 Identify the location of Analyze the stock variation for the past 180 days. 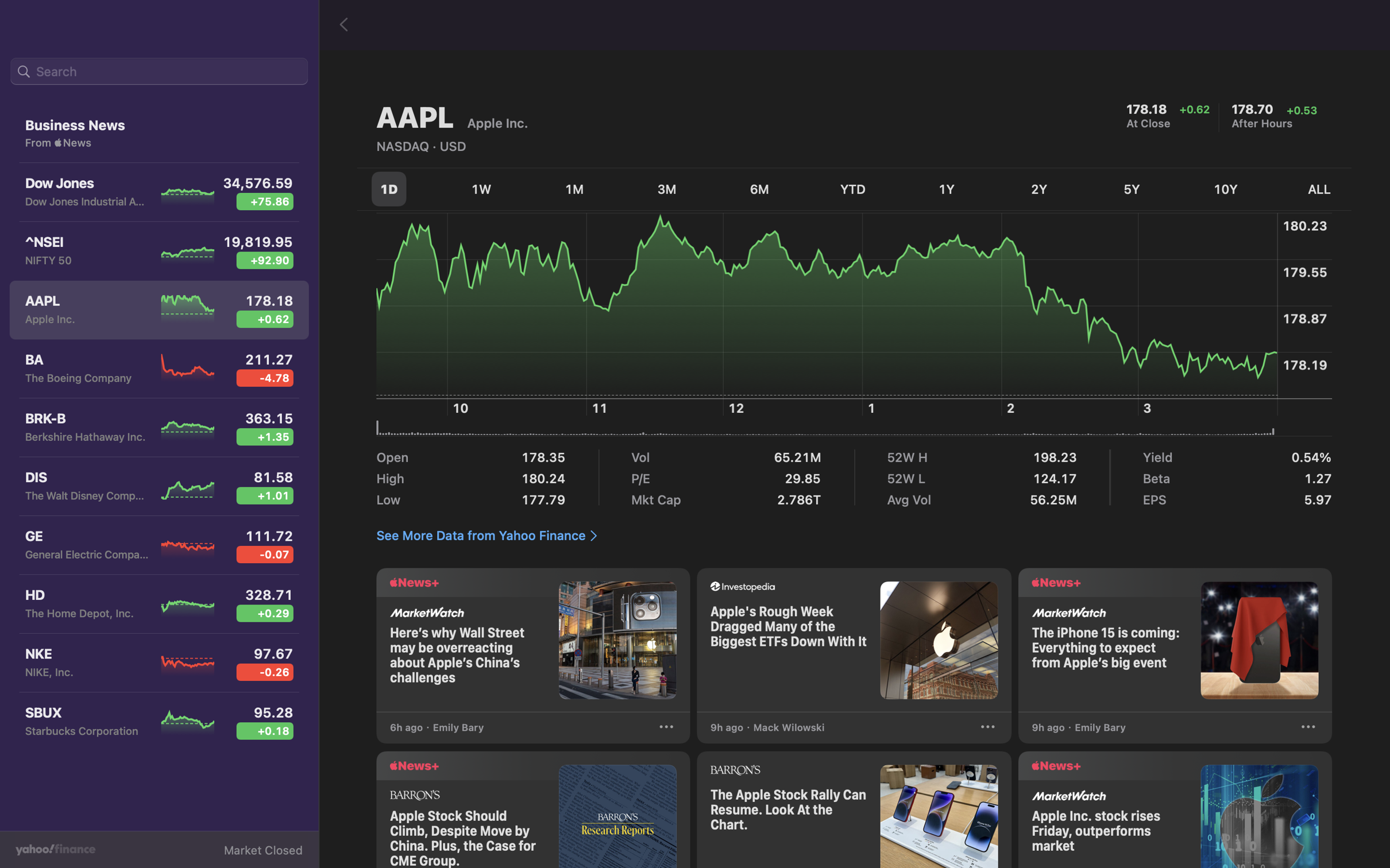
(762, 187).